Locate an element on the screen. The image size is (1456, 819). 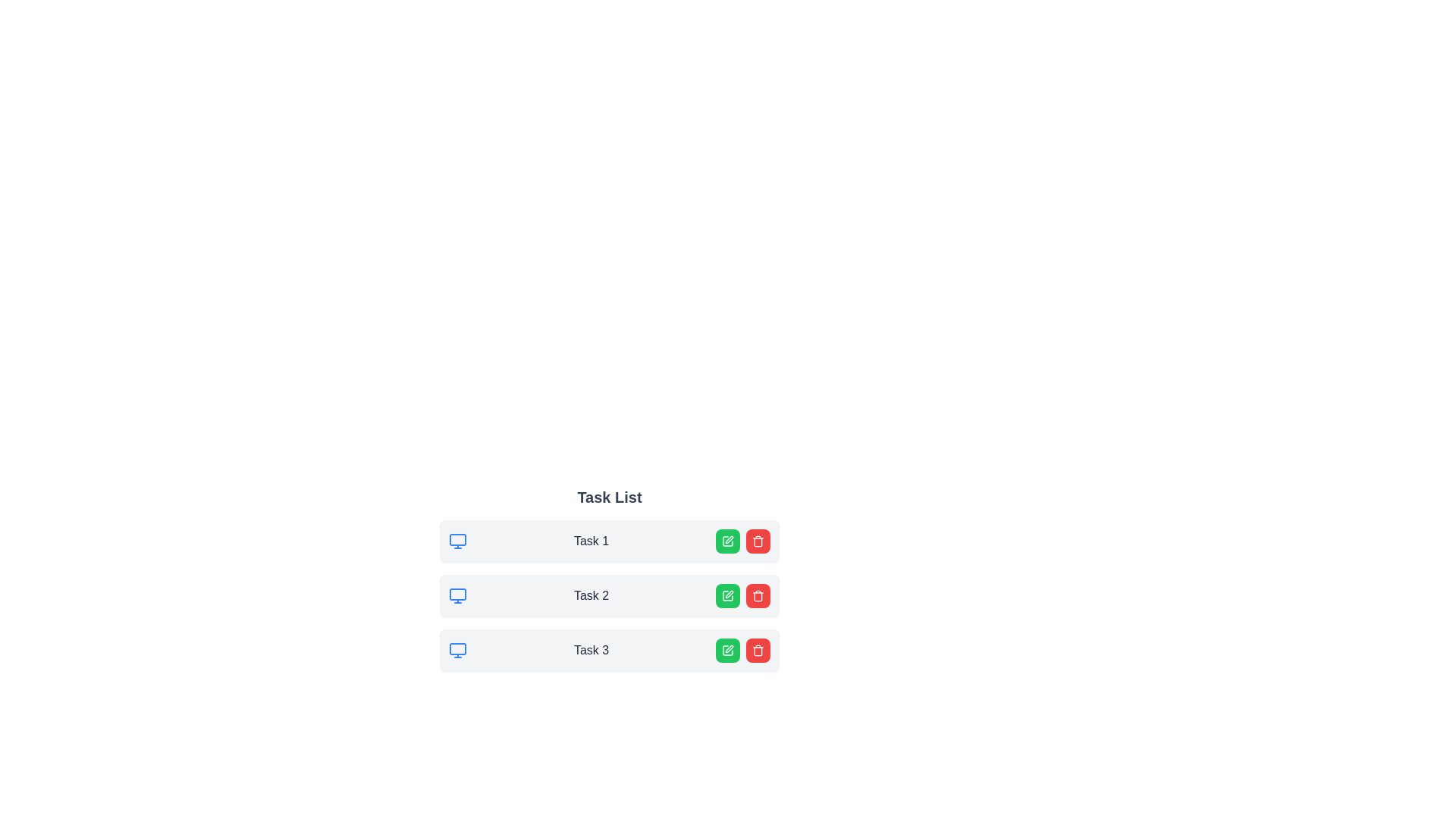
the square-shaped icon button with a pen symbol inside, located on the right side of the first row in the task list, to initiate task editing is located at coordinates (728, 540).